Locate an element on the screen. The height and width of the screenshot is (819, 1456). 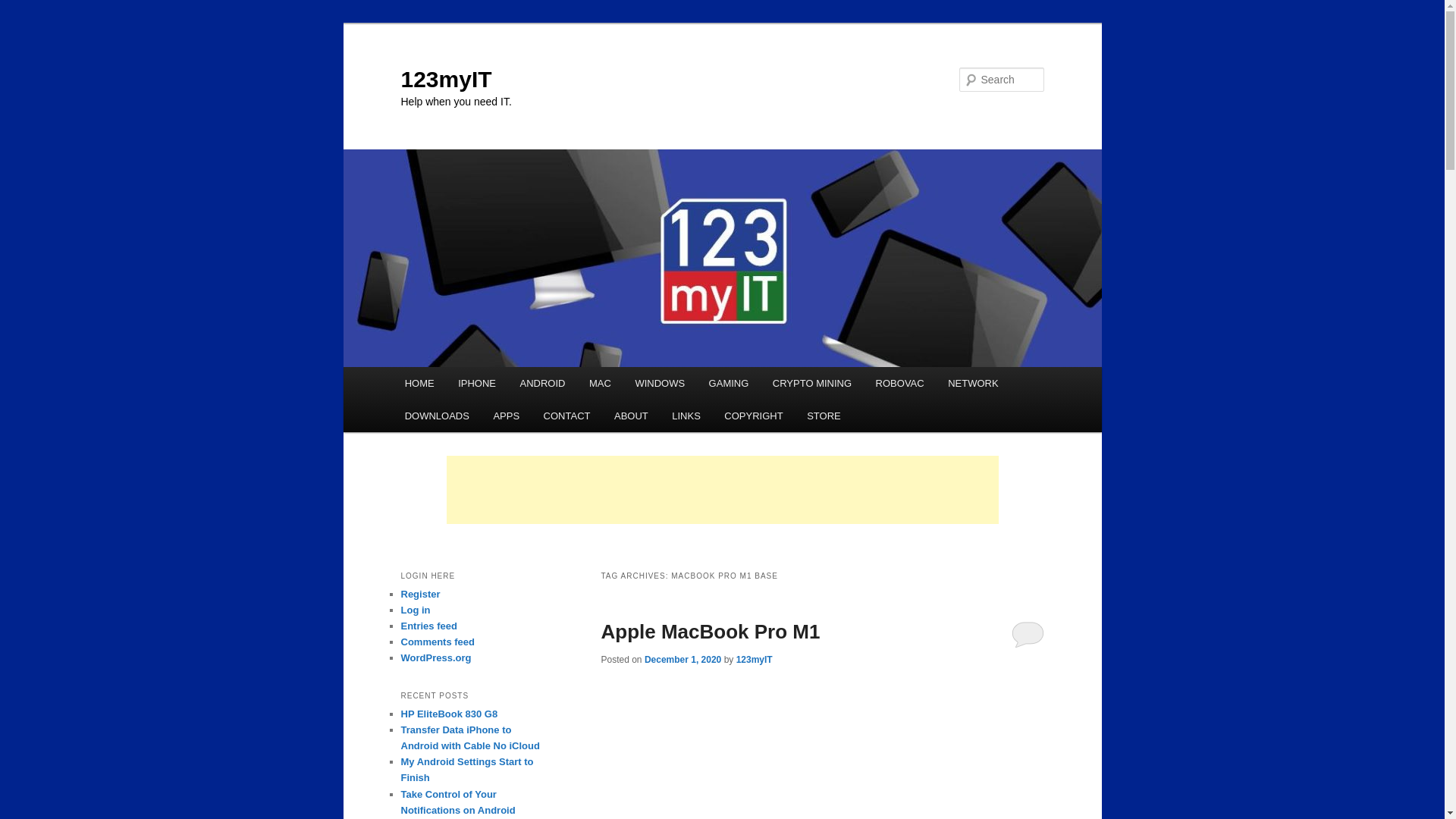
'My Android Settings Start to Finish' is located at coordinates (466, 769).